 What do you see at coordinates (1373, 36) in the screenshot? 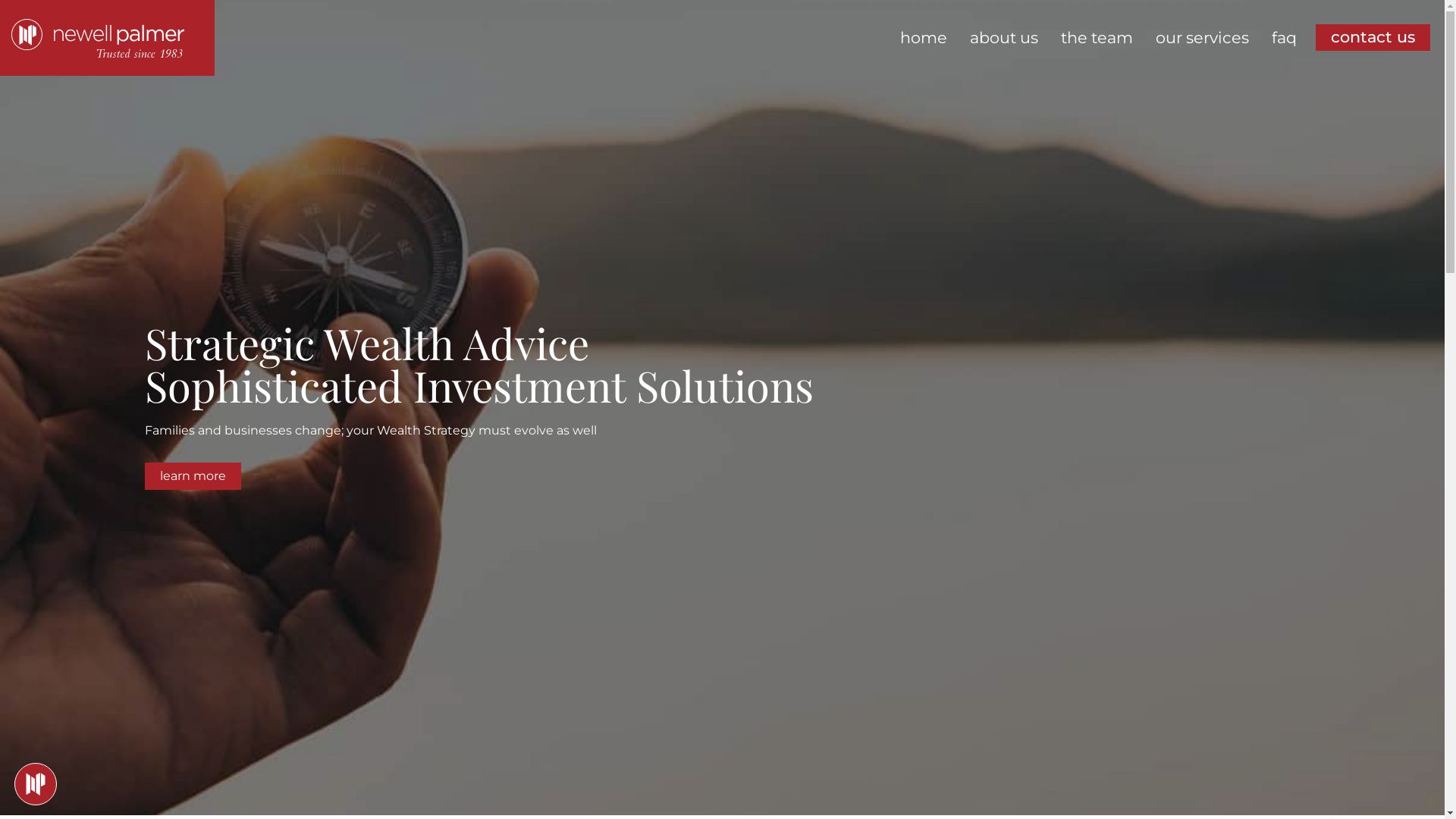
I see `'contact us'` at bounding box center [1373, 36].